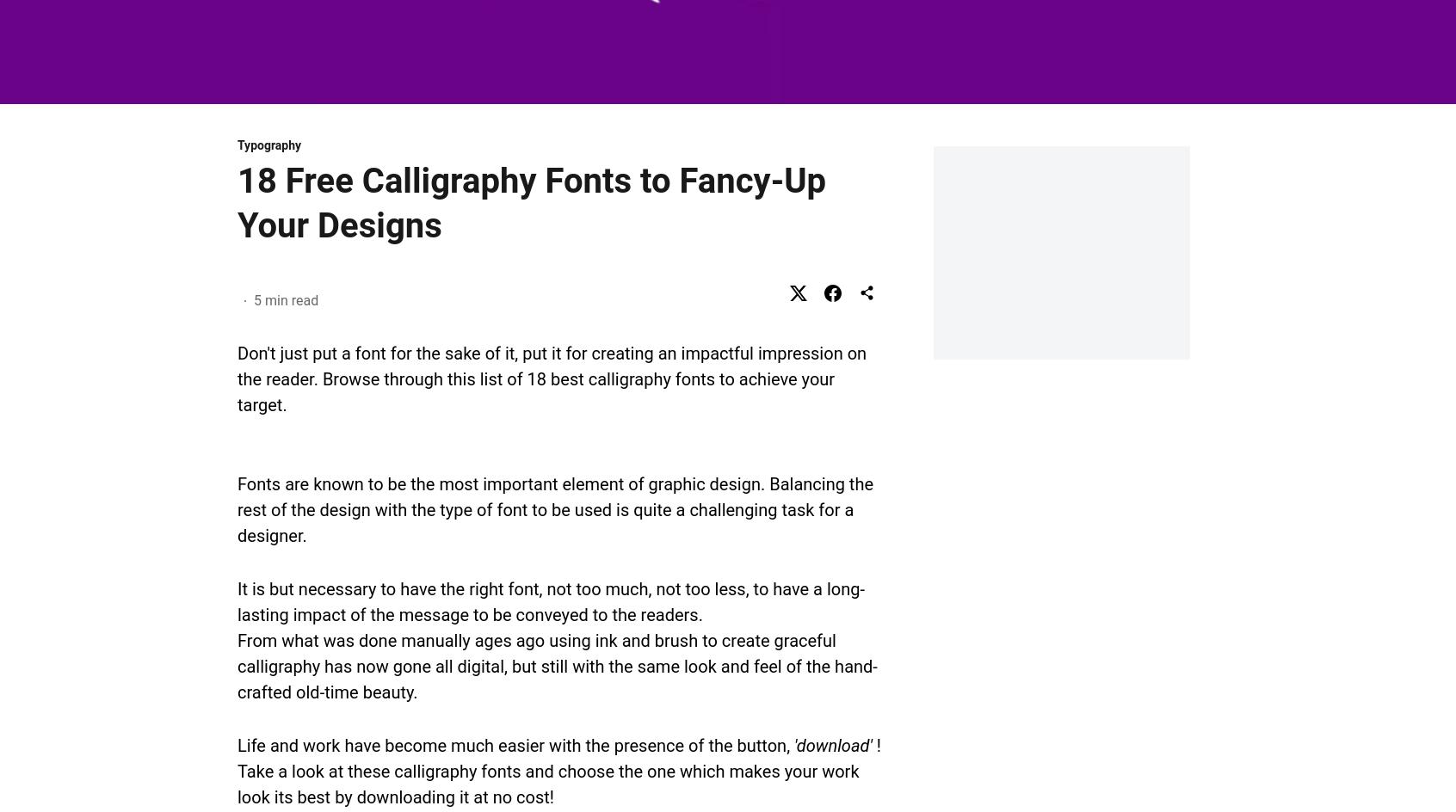 The image size is (1456, 812). I want to click on 'Life and work have become much easier with the presence of the button,', so click(515, 745).